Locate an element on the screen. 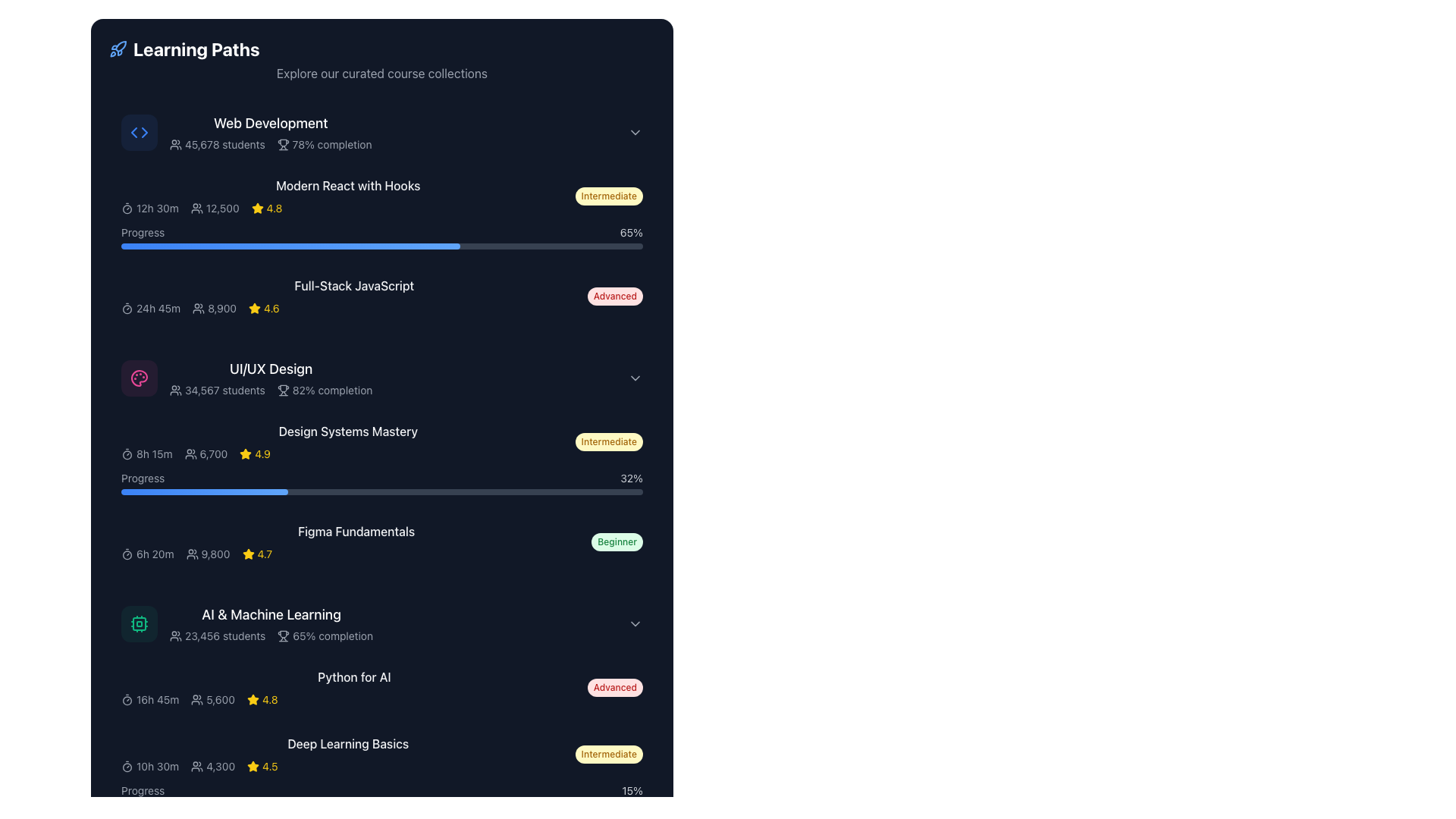 The image size is (1456, 819). progress indicator segment representing 32% completion of the 'Design Systems Mastery' course for debugging purposes is located at coordinates (204, 491).